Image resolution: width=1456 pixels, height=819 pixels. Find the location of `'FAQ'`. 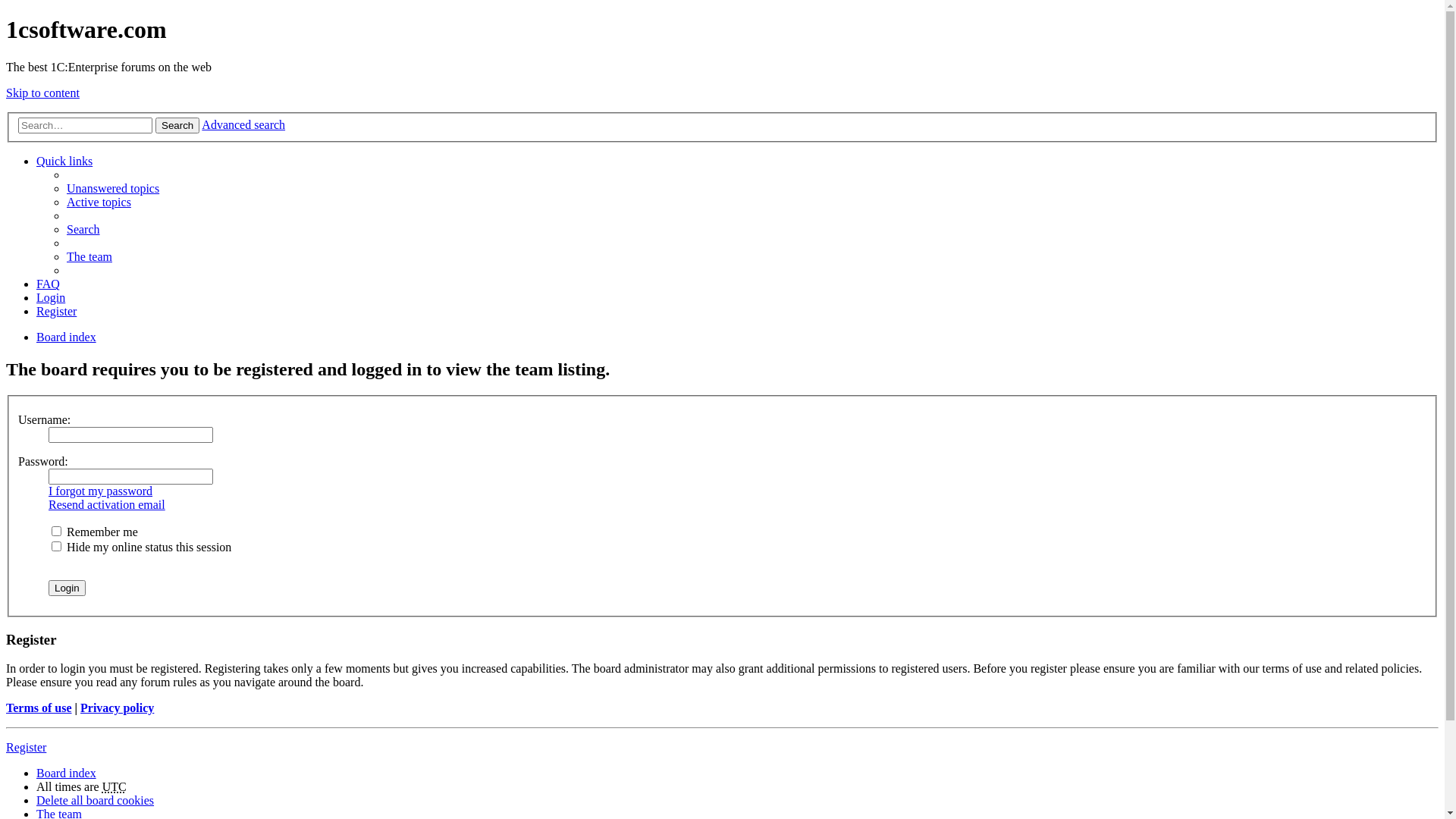

'FAQ' is located at coordinates (48, 284).